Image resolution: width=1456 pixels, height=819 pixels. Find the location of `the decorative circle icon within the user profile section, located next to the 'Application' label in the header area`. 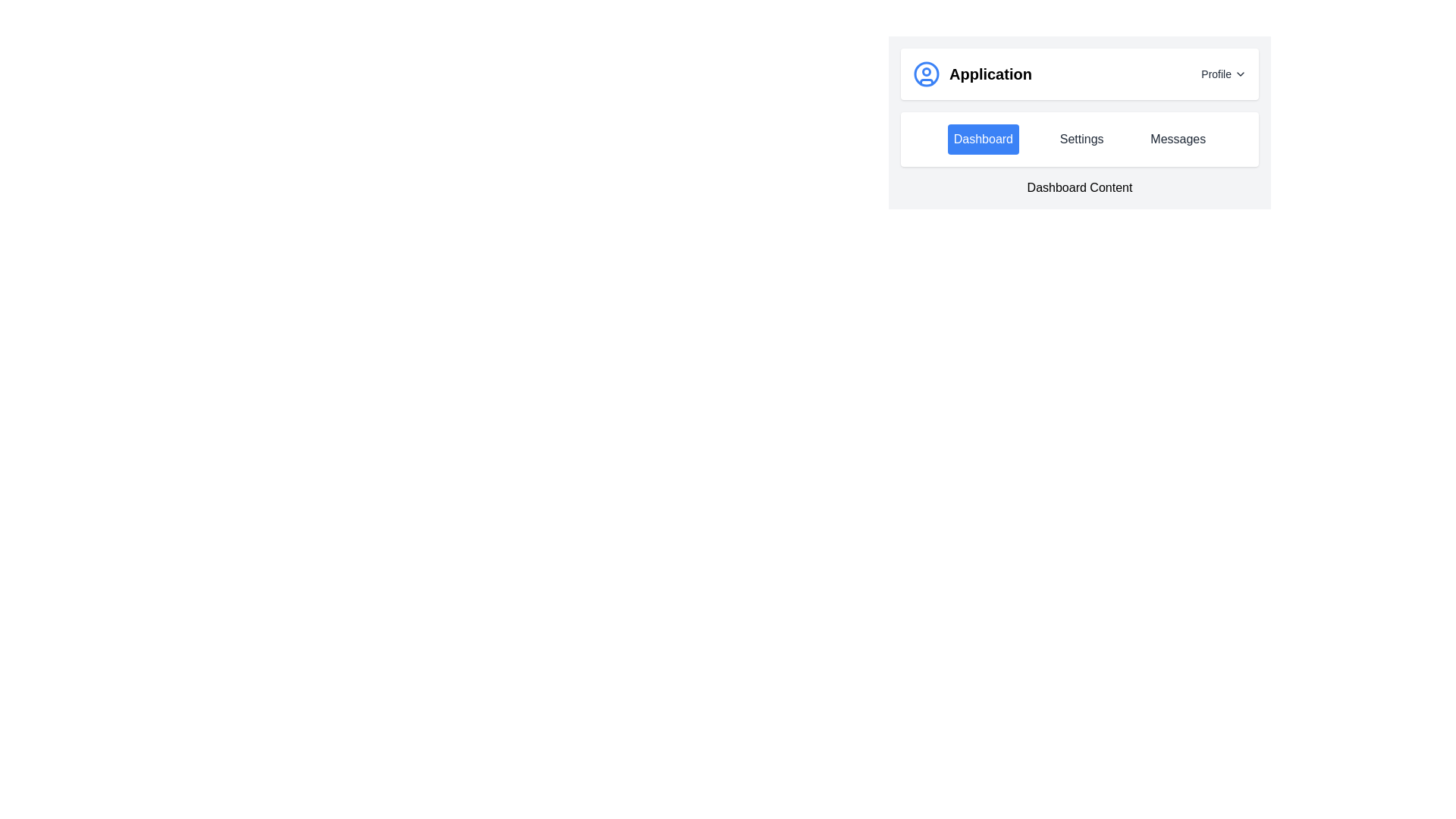

the decorative circle icon within the user profile section, located next to the 'Application' label in the header area is located at coordinates (926, 72).